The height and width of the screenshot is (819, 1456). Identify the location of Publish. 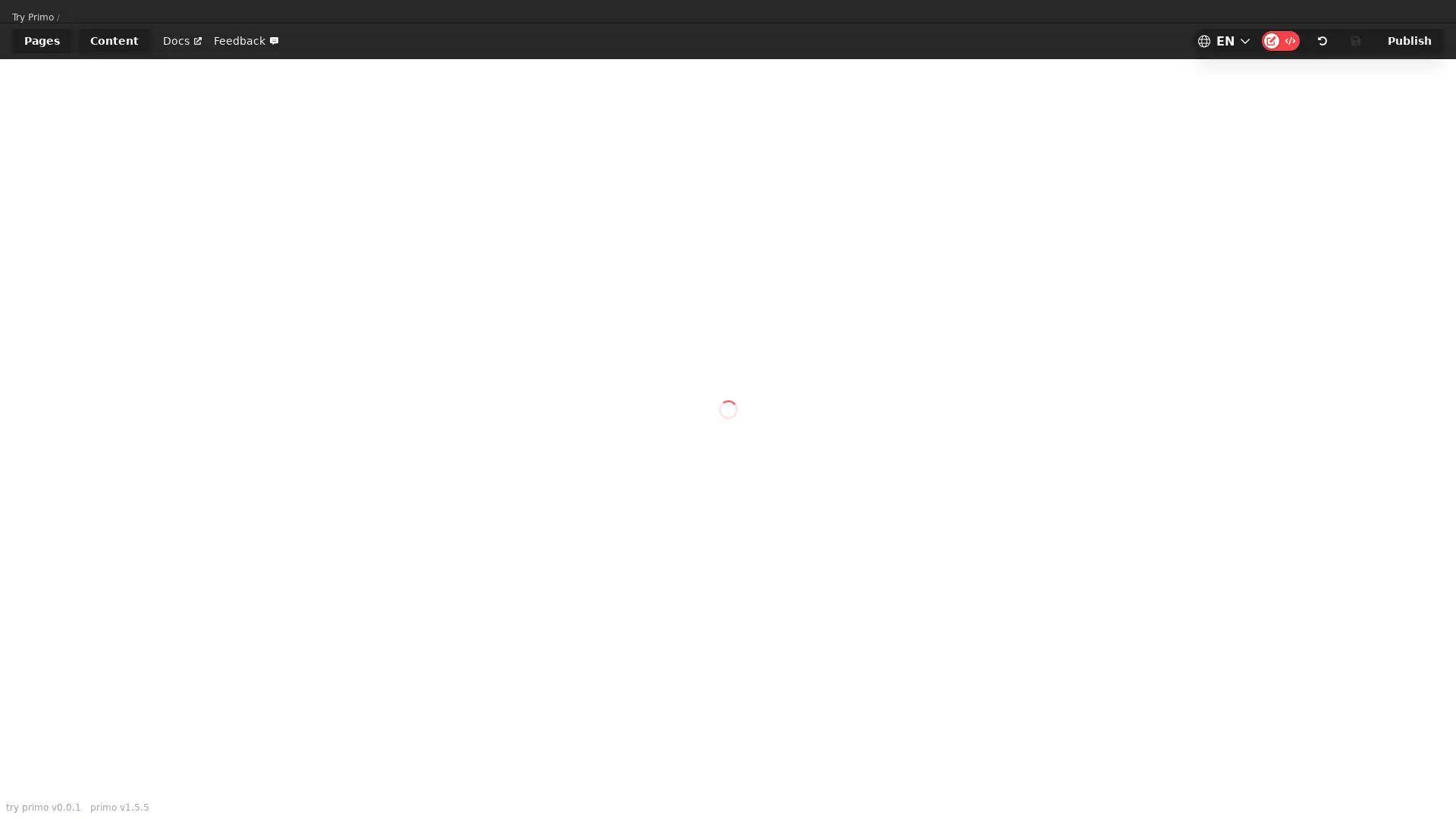
(1408, 40).